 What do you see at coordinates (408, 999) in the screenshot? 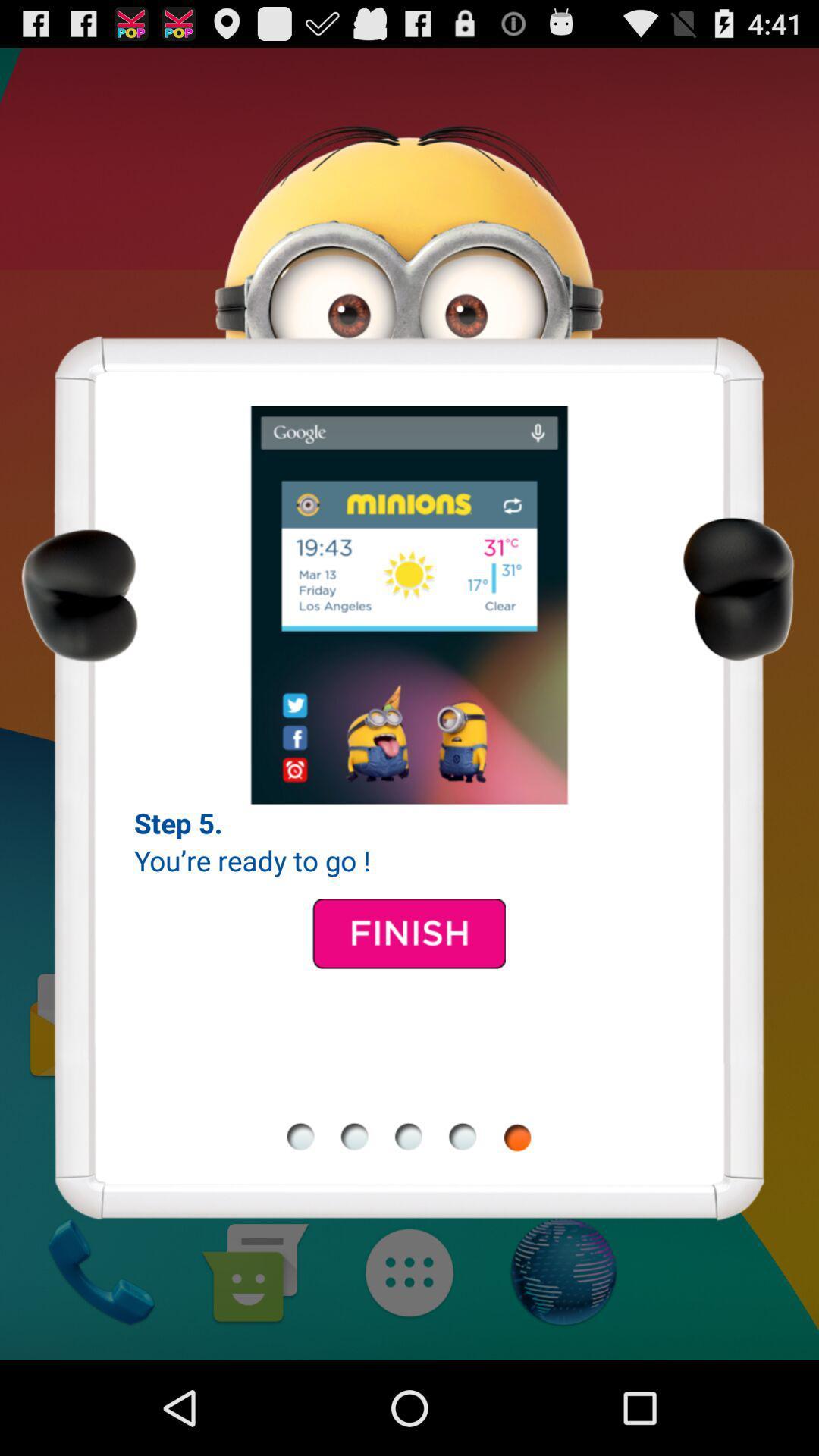
I see `the date_range icon` at bounding box center [408, 999].